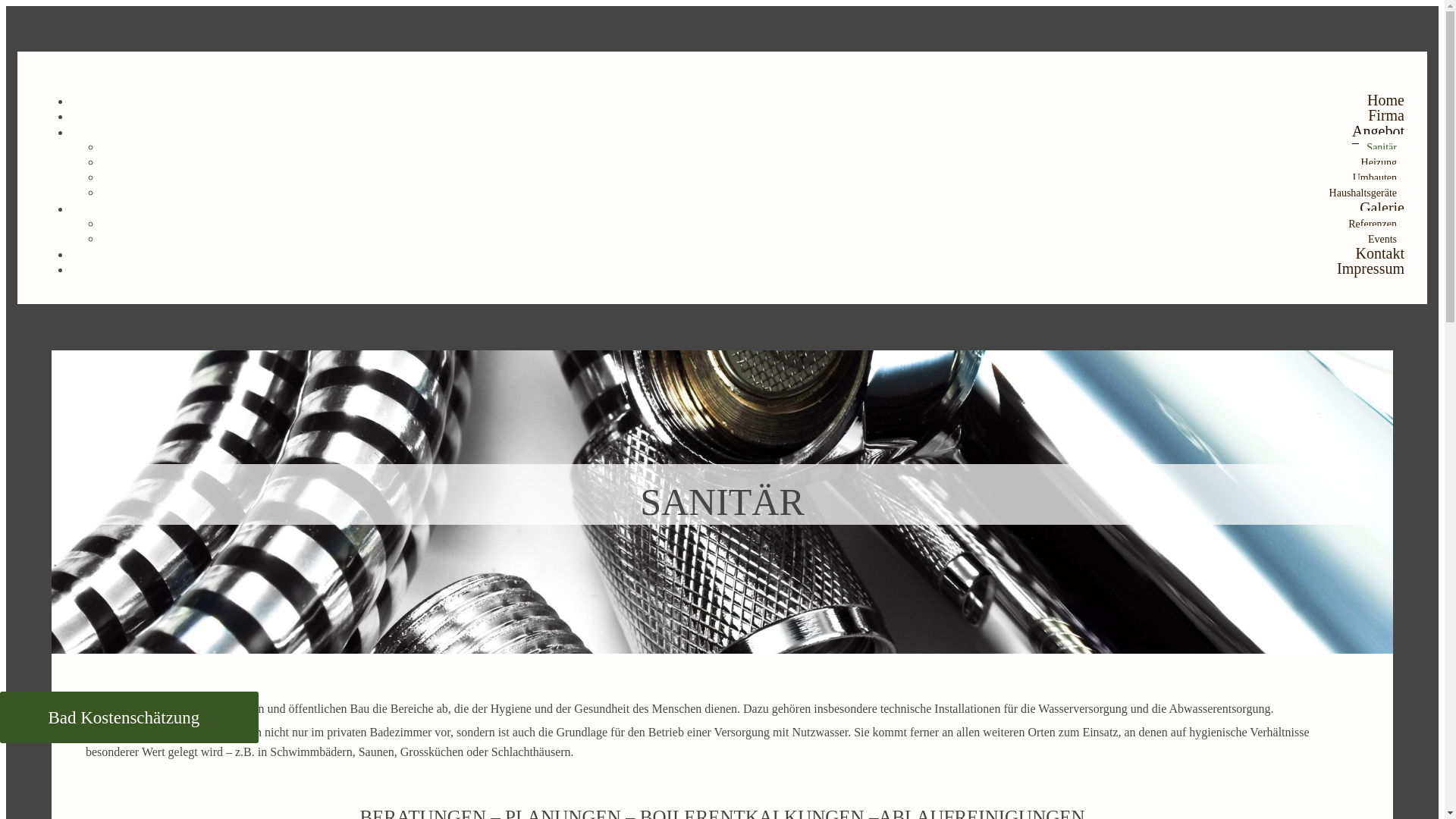  I want to click on 'Kontakt', so click(1356, 253).